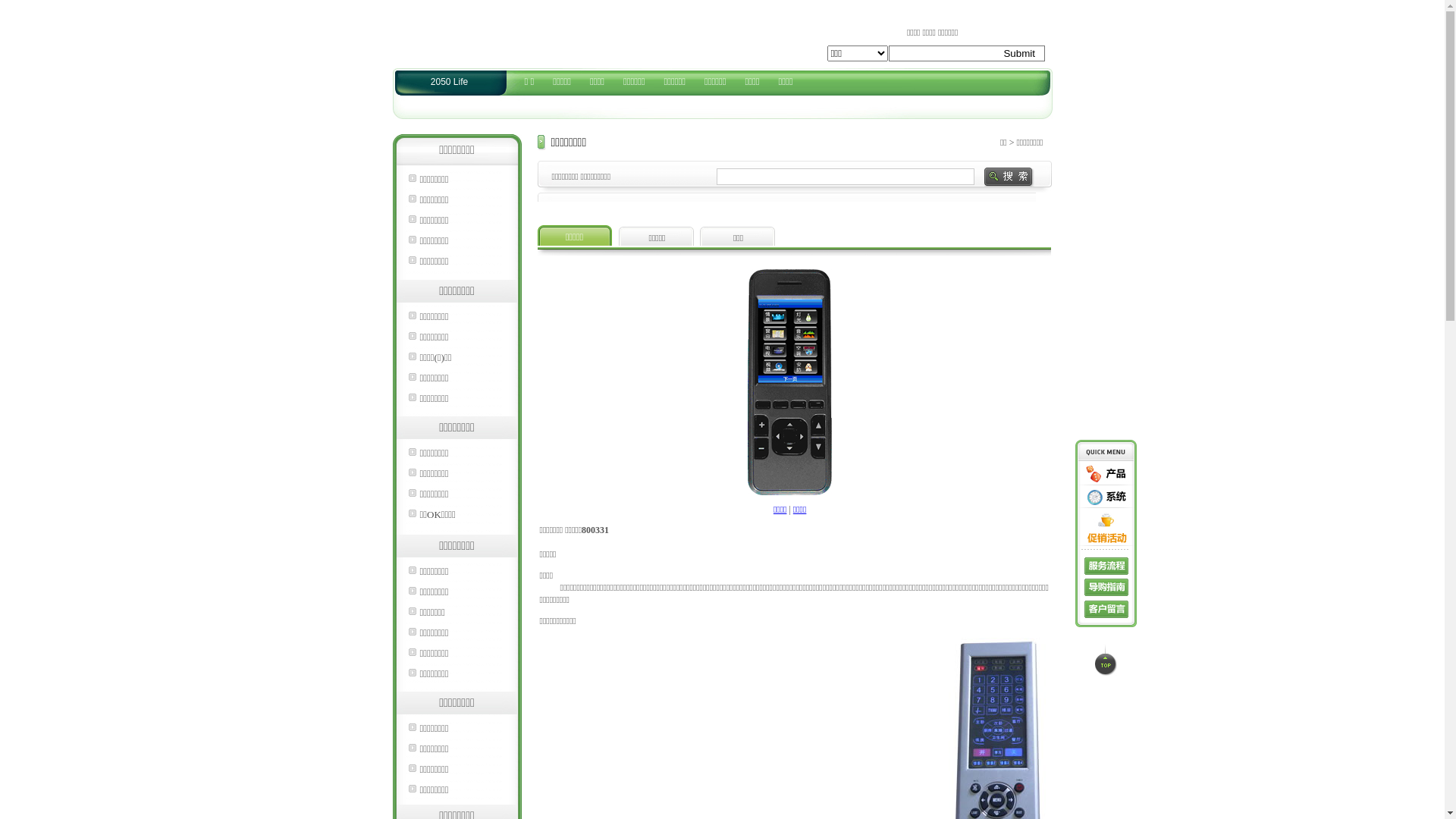 The image size is (1456, 819). What do you see at coordinates (448, 82) in the screenshot?
I see `'2050 Life'` at bounding box center [448, 82].